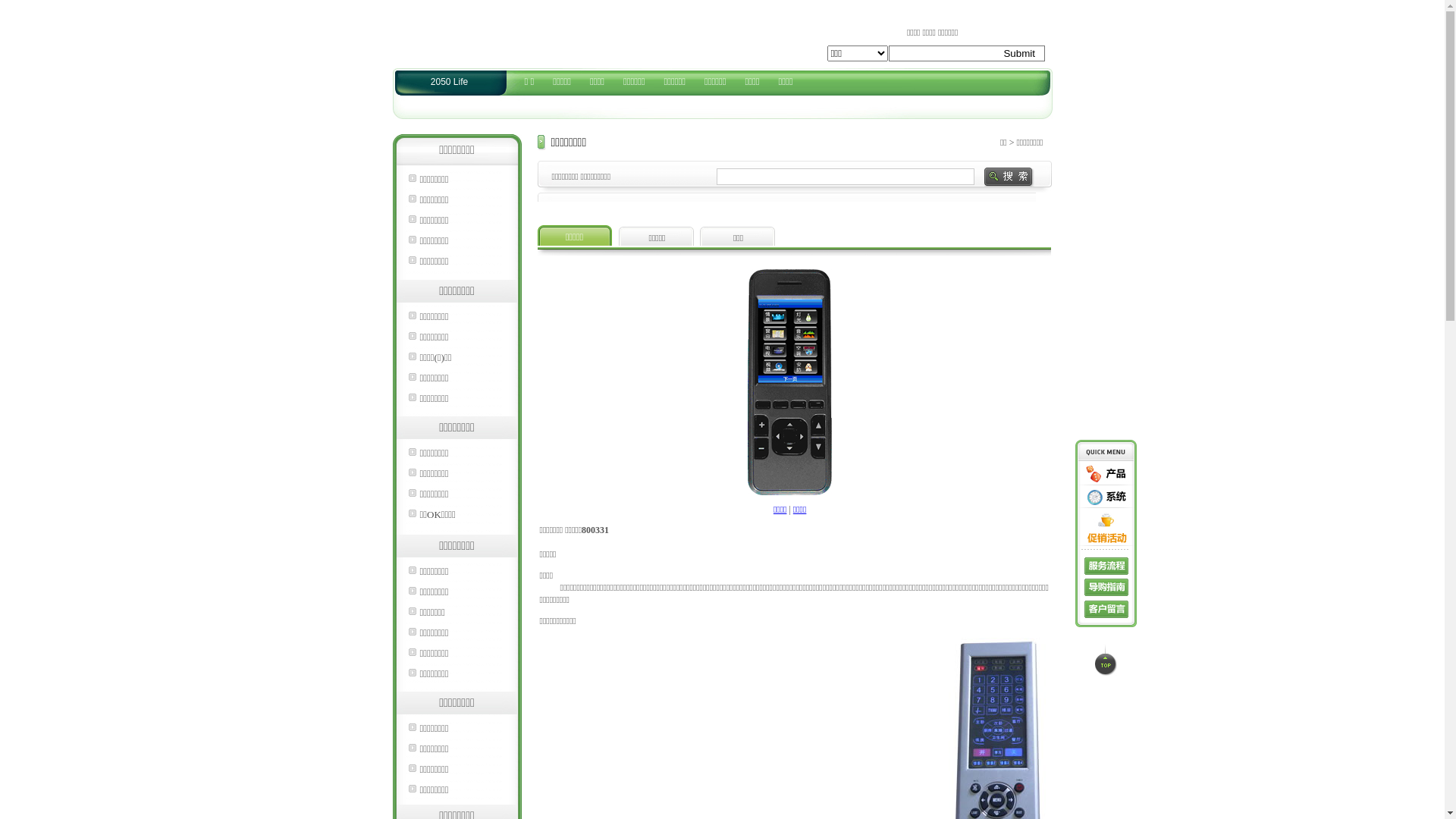 The image size is (1456, 819). What do you see at coordinates (448, 82) in the screenshot?
I see `'2050 Life'` at bounding box center [448, 82].